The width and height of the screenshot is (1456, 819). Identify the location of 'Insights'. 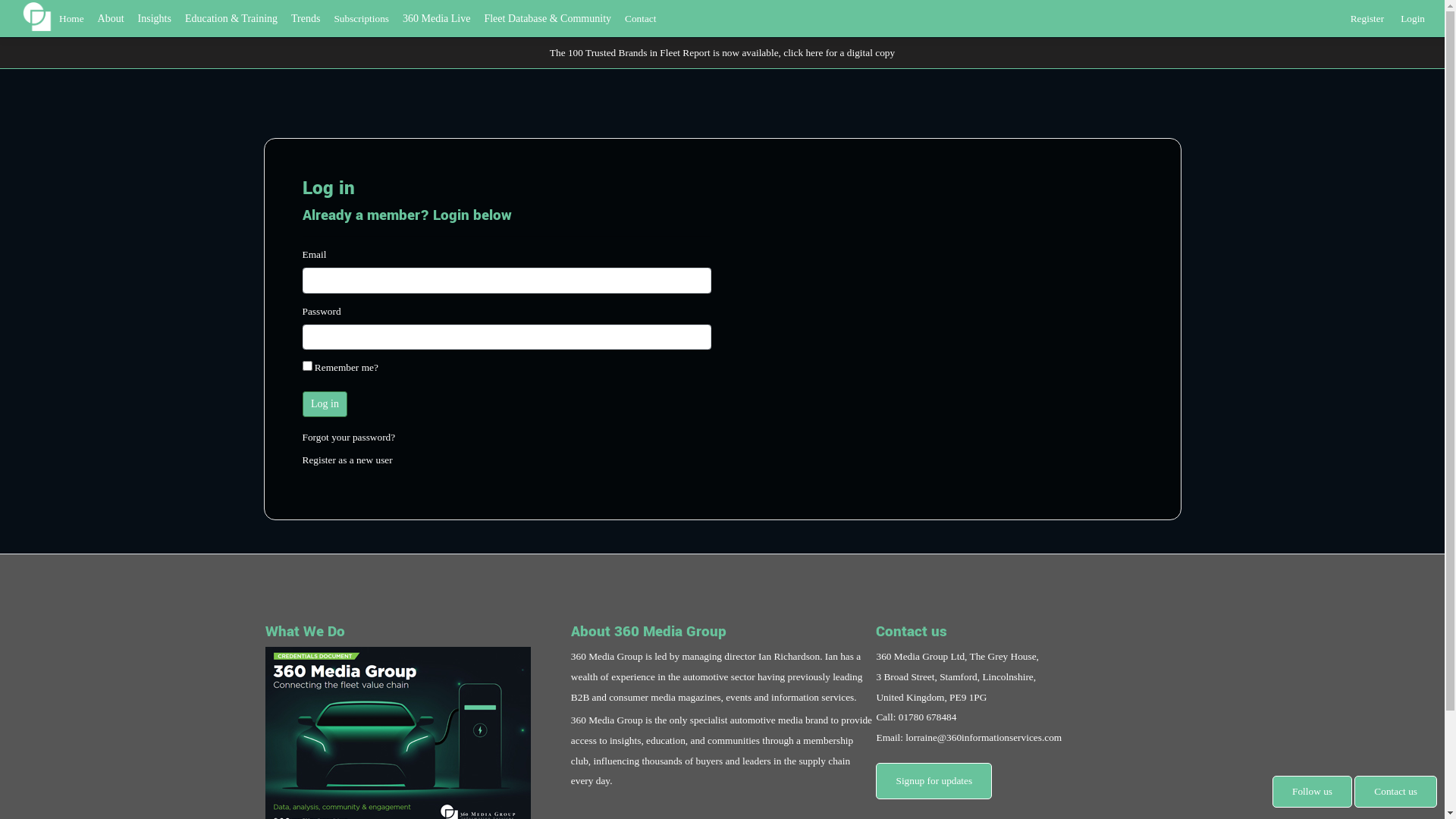
(154, 18).